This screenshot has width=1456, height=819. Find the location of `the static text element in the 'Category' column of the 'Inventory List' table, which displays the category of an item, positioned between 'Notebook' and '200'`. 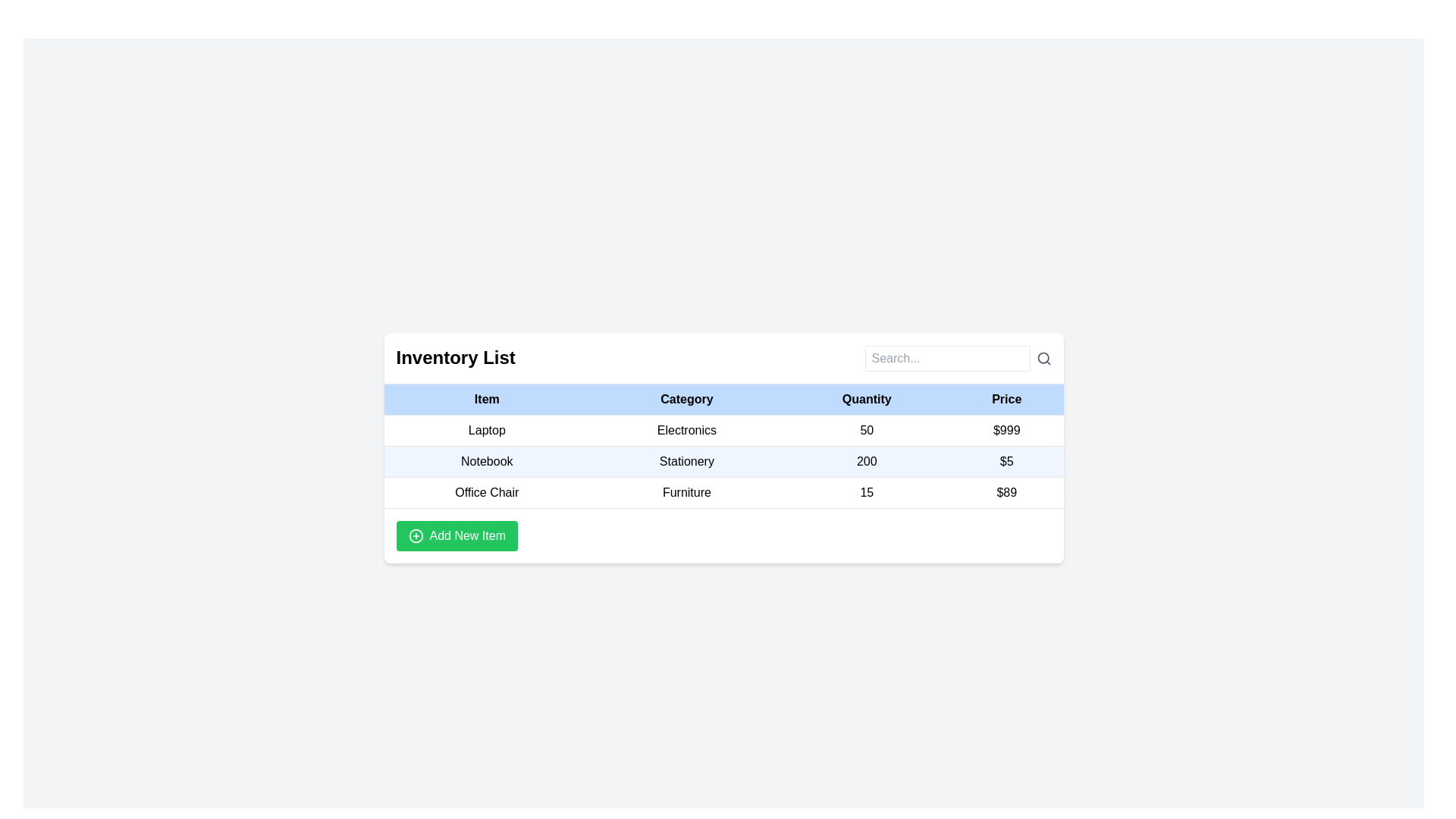

the static text element in the 'Category' column of the 'Inventory List' table, which displays the category of an item, positioned between 'Notebook' and '200' is located at coordinates (686, 460).